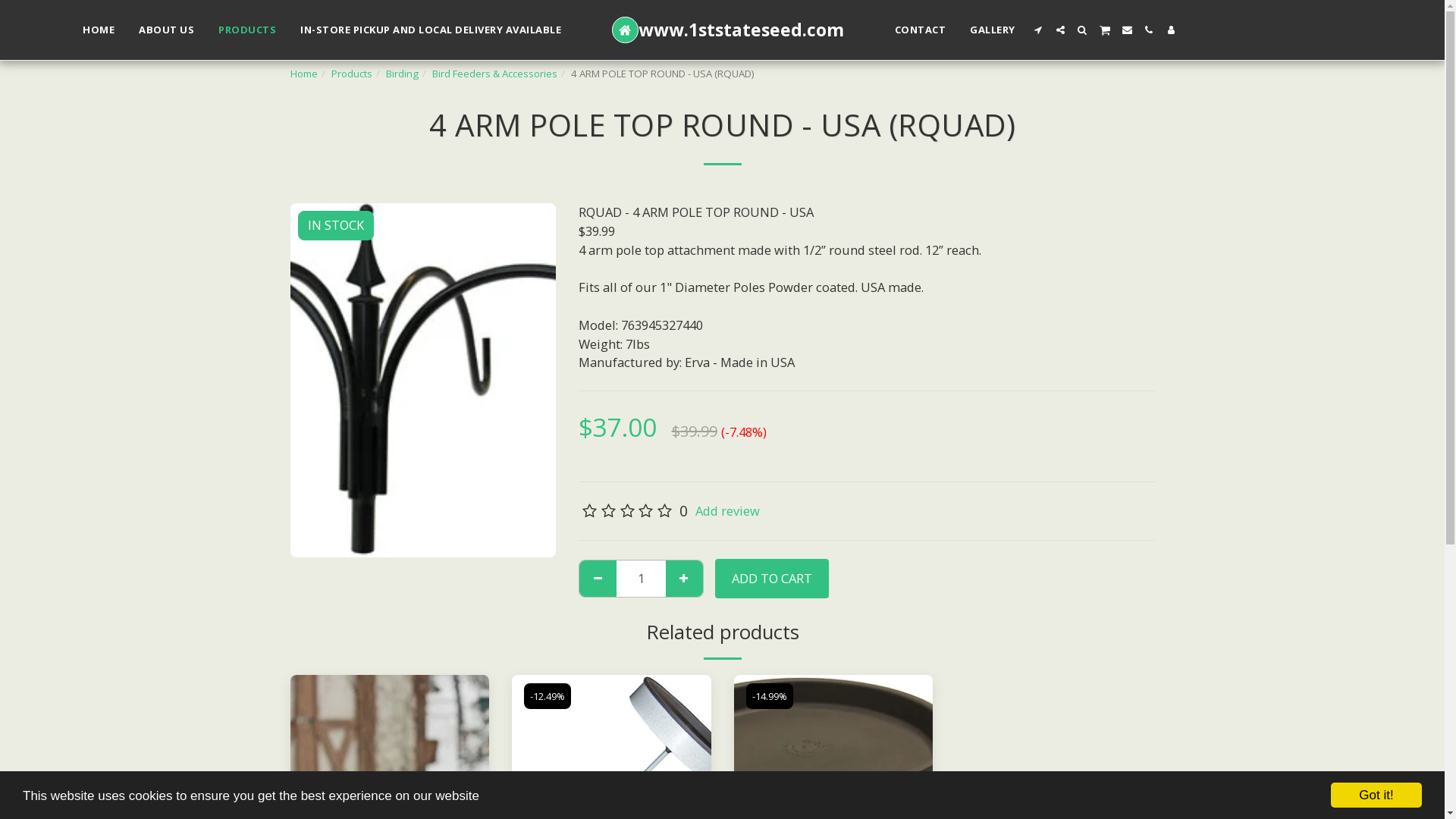  Describe the element at coordinates (429, 29) in the screenshot. I see `'IN-STORE PICKUP AND LOCAL DELIVERY AVAILABLE'` at that location.